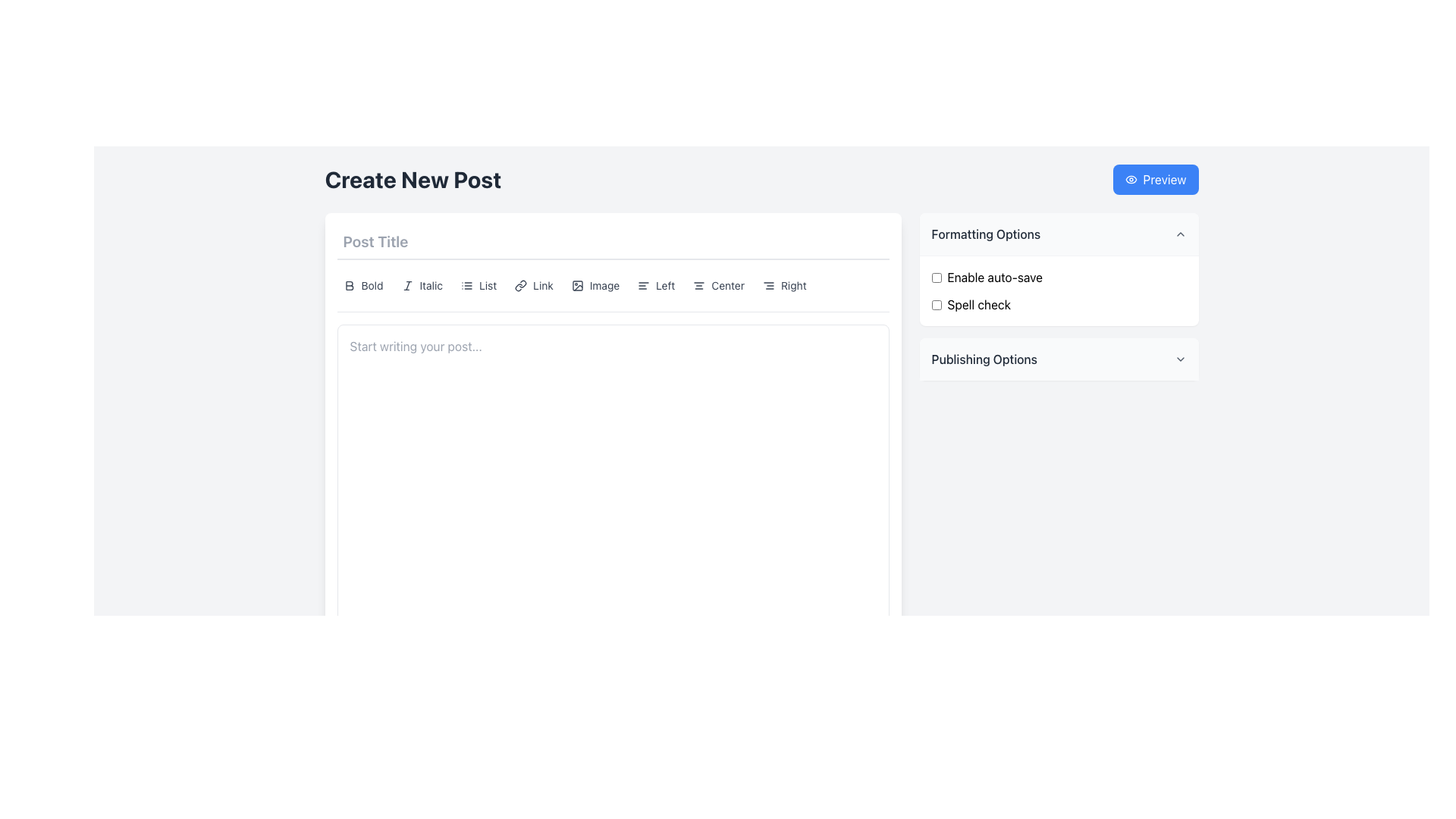  What do you see at coordinates (995, 278) in the screenshot?
I see `text label 'Enable auto-save' to understand the function of the adjacent checkbox in the 'Formatting Options' section` at bounding box center [995, 278].